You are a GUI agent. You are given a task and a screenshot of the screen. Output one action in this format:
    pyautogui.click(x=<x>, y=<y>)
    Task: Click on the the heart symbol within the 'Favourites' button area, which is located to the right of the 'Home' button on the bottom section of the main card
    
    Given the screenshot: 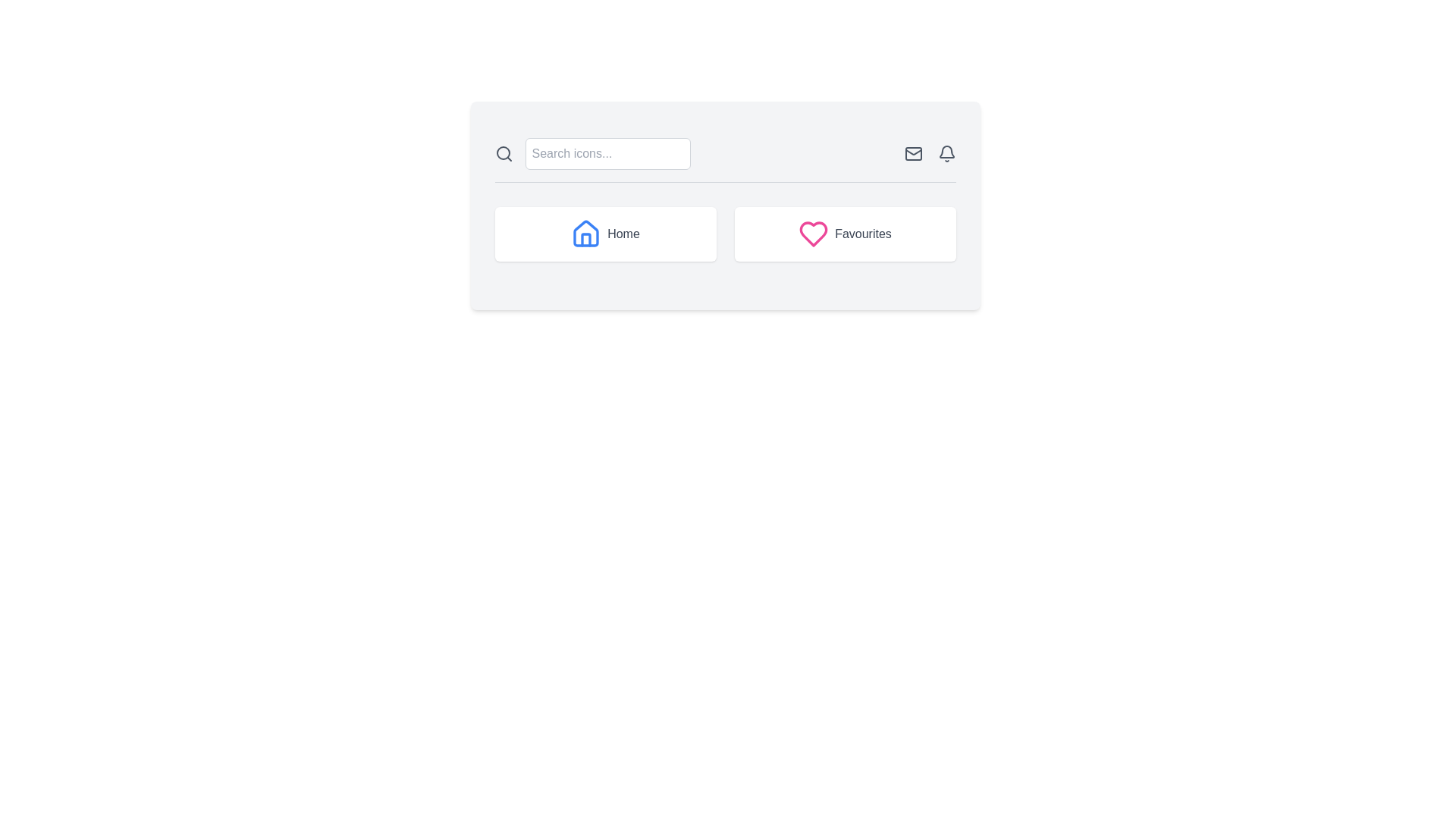 What is the action you would take?
    pyautogui.click(x=813, y=234)
    